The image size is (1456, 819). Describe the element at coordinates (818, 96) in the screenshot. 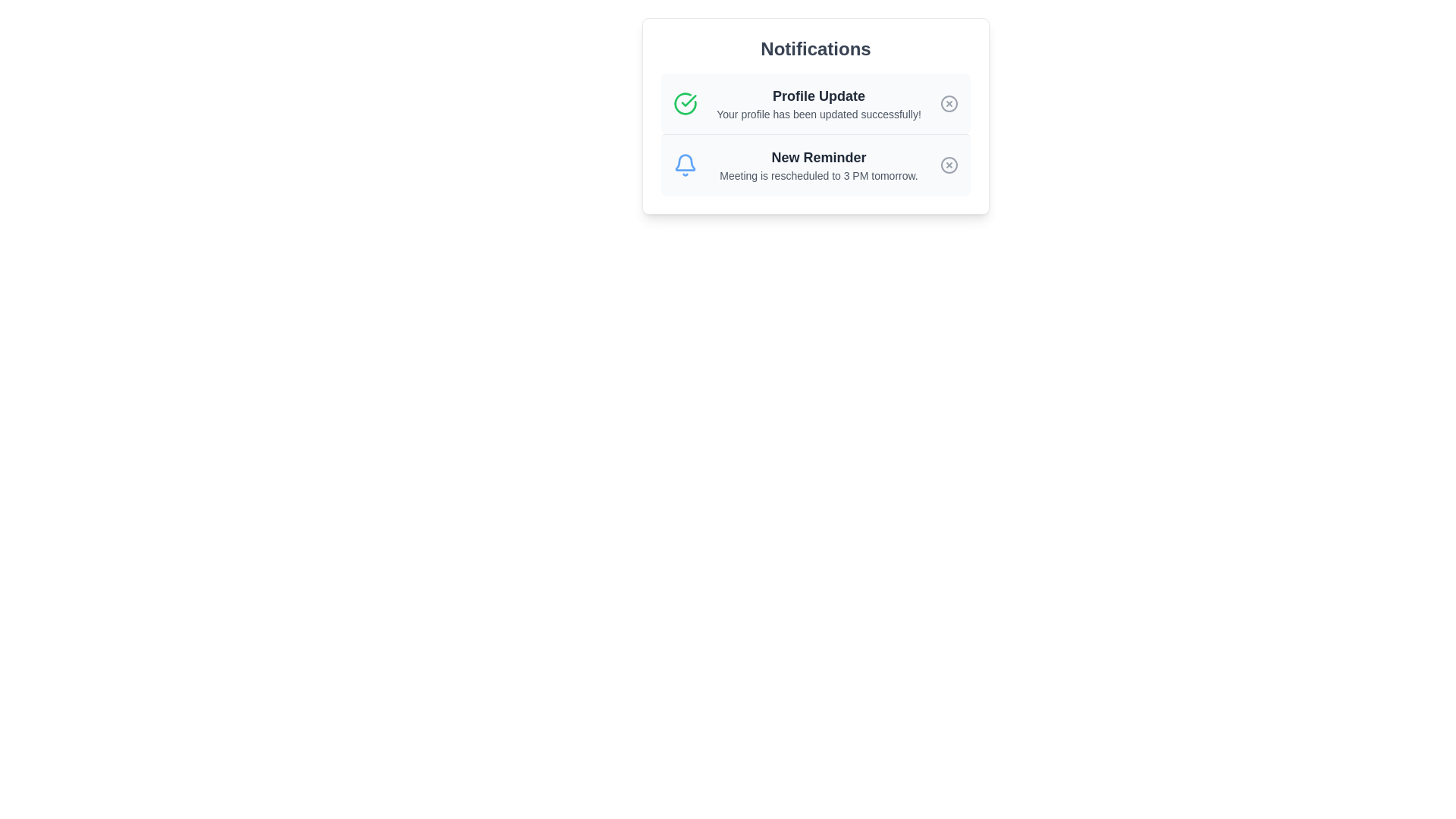

I see `the 'Profile Update' text heading which is bold, larger in font size, and dark gray, positioned at the top of the notification message group` at that location.